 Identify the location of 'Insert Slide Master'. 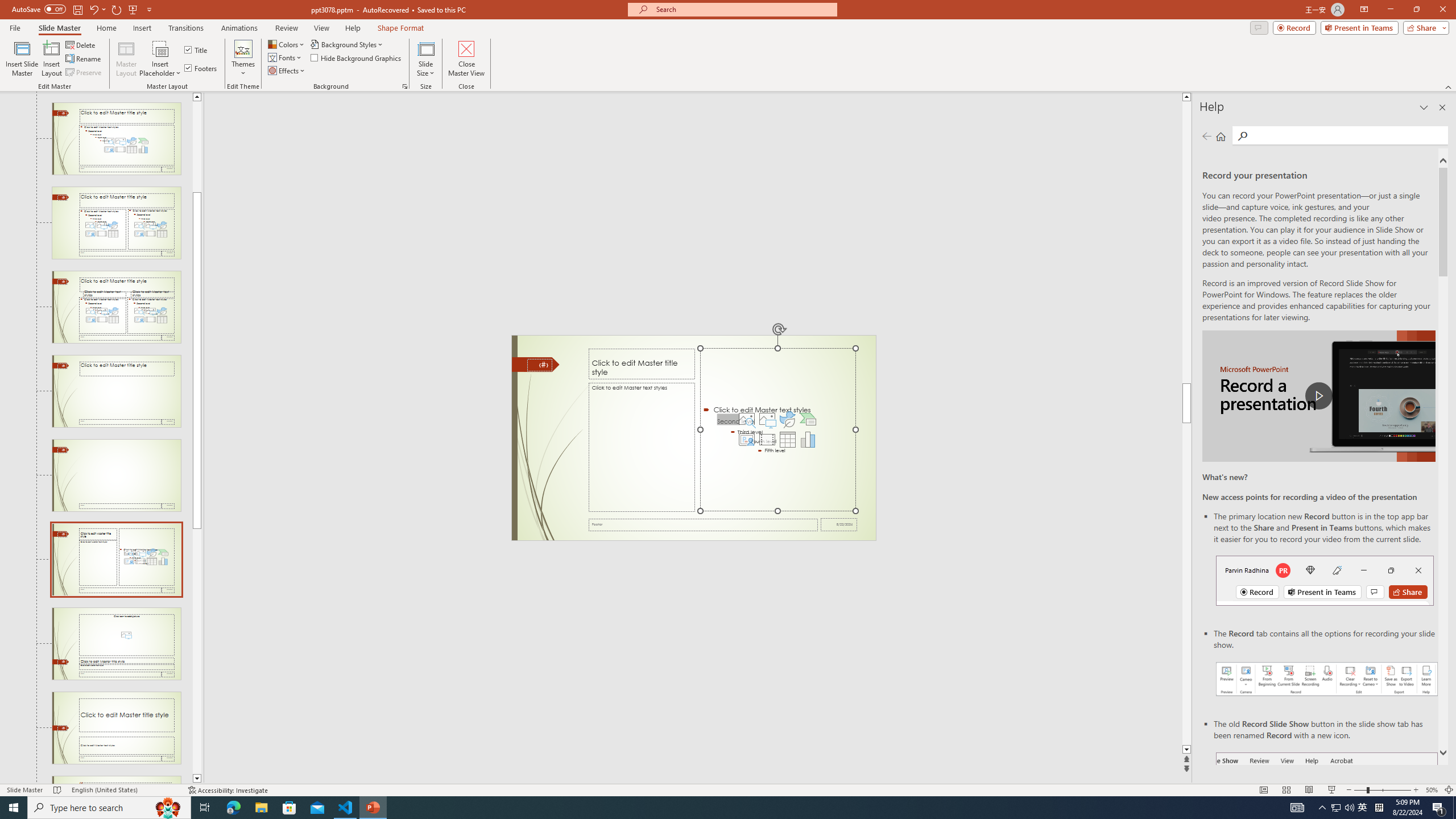
(21, 59).